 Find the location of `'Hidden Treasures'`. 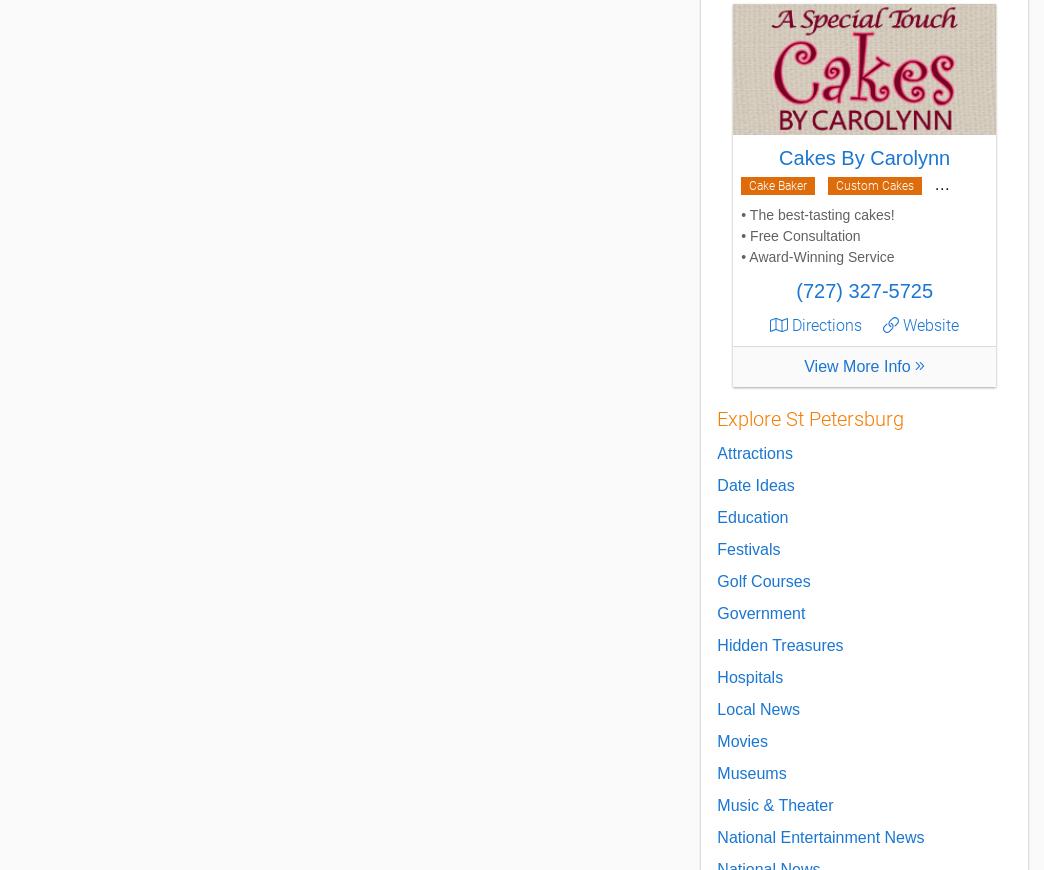

'Hidden Treasures' is located at coordinates (779, 644).